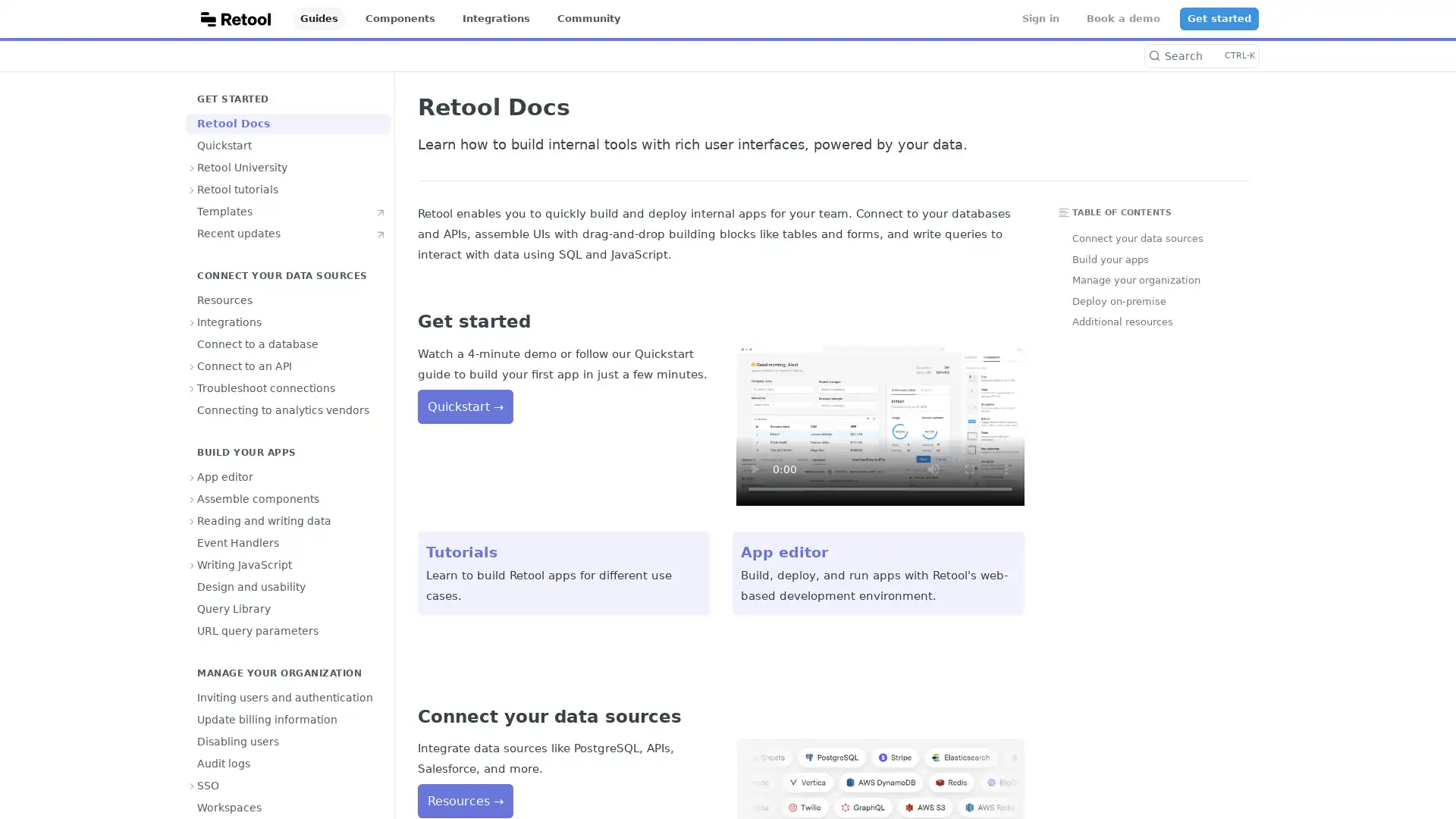 The width and height of the screenshot is (1456, 819). What do you see at coordinates (192, 388) in the screenshot?
I see `Show subpages for Troubleshoot connections` at bounding box center [192, 388].